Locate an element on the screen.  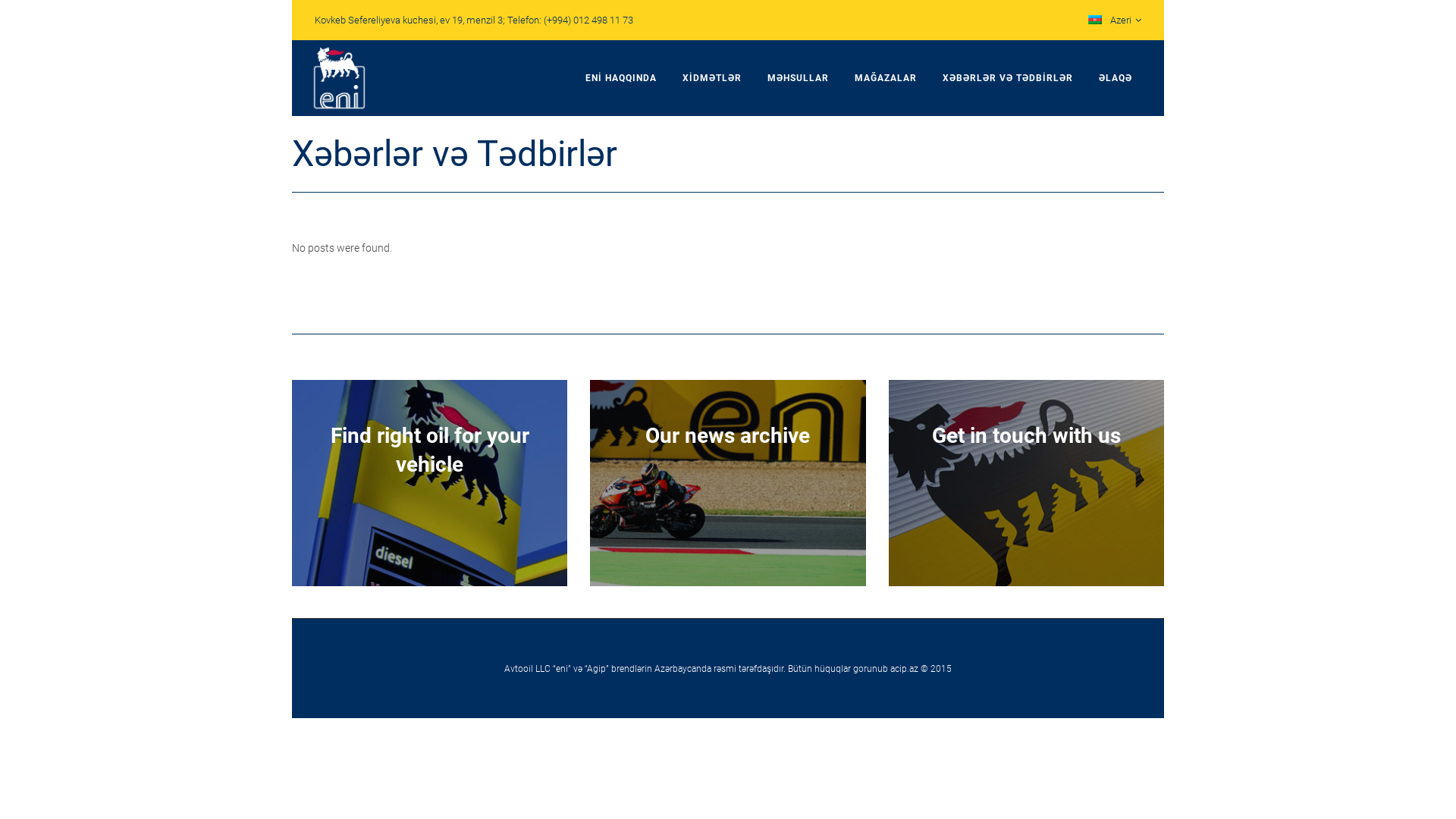
'Azeri' is located at coordinates (1087, 20).